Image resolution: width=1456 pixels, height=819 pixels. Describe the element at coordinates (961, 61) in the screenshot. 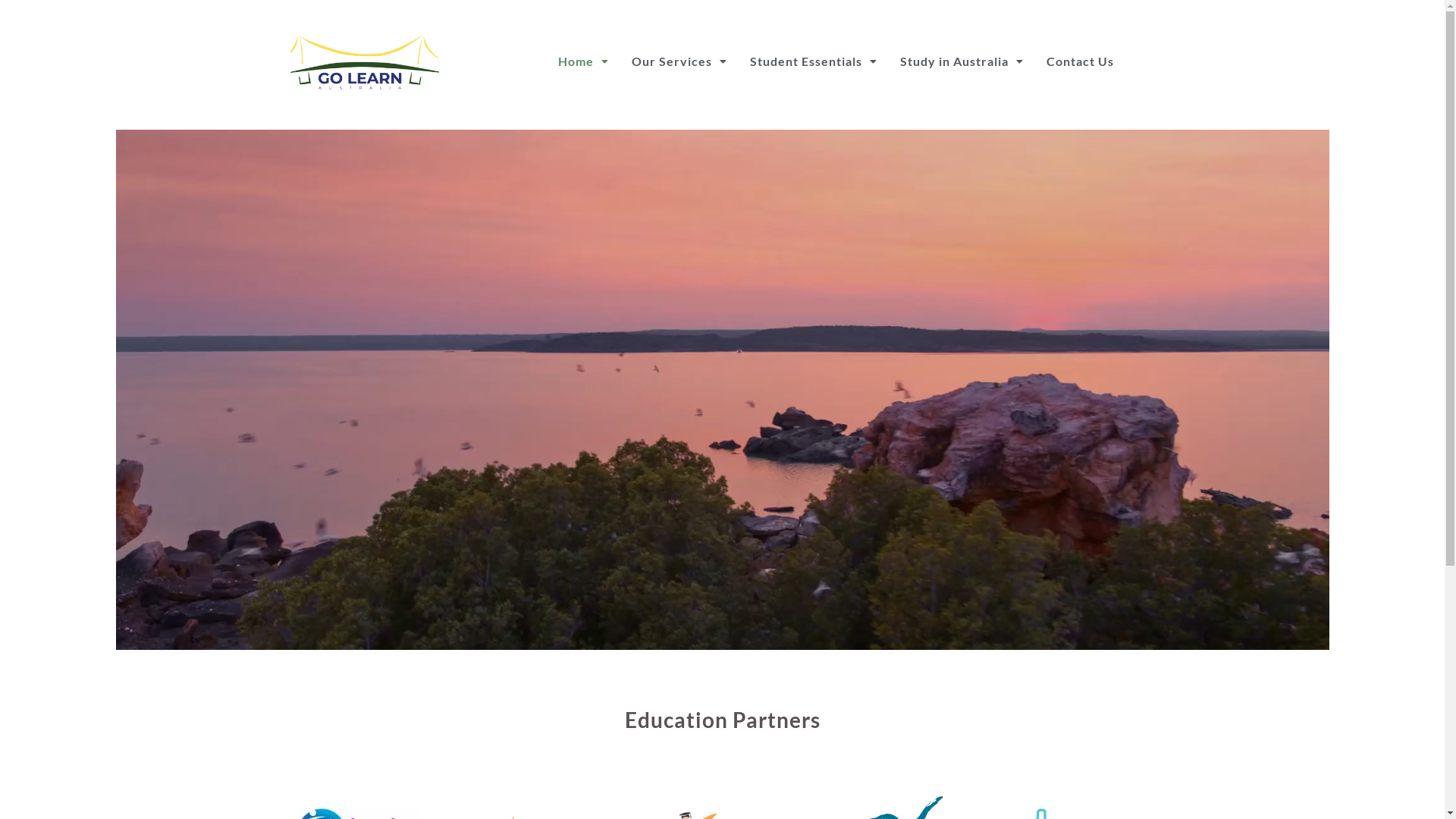

I see `'Study in Australia'` at that location.